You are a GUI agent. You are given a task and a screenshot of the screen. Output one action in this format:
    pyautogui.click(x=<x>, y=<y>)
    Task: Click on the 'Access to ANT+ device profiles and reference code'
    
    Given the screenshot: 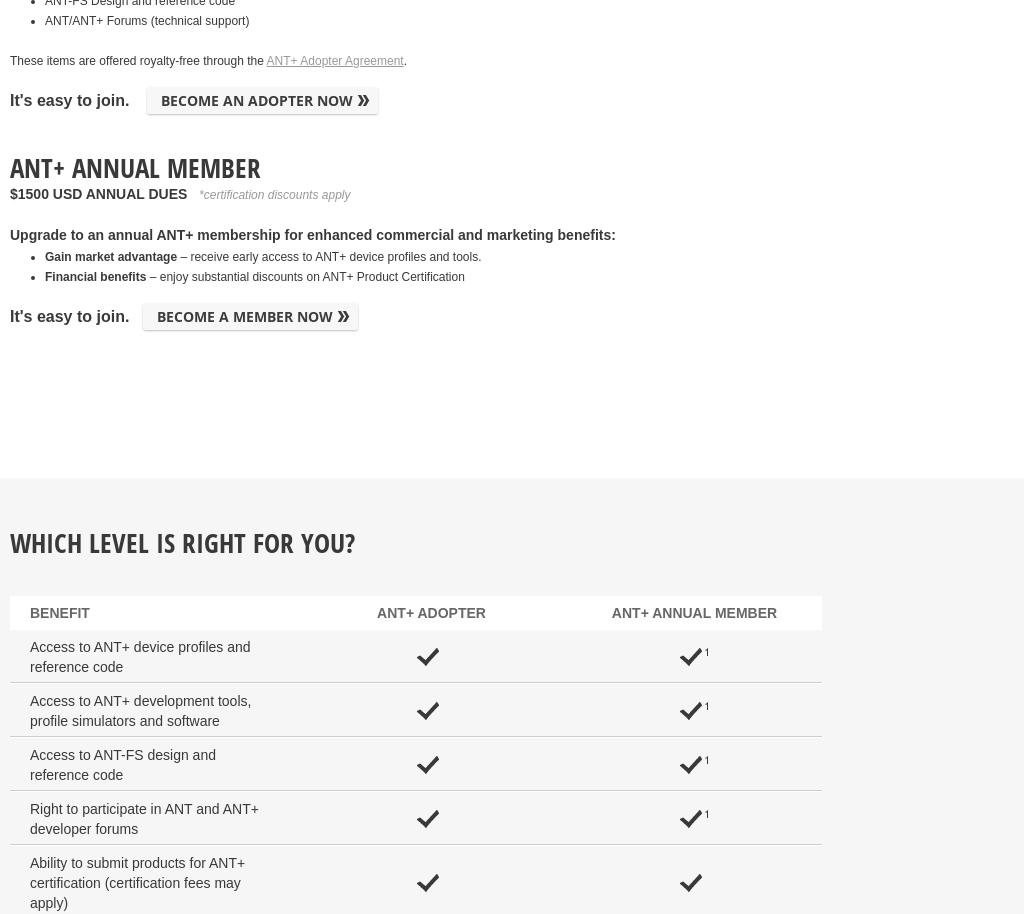 What is the action you would take?
    pyautogui.click(x=138, y=656)
    